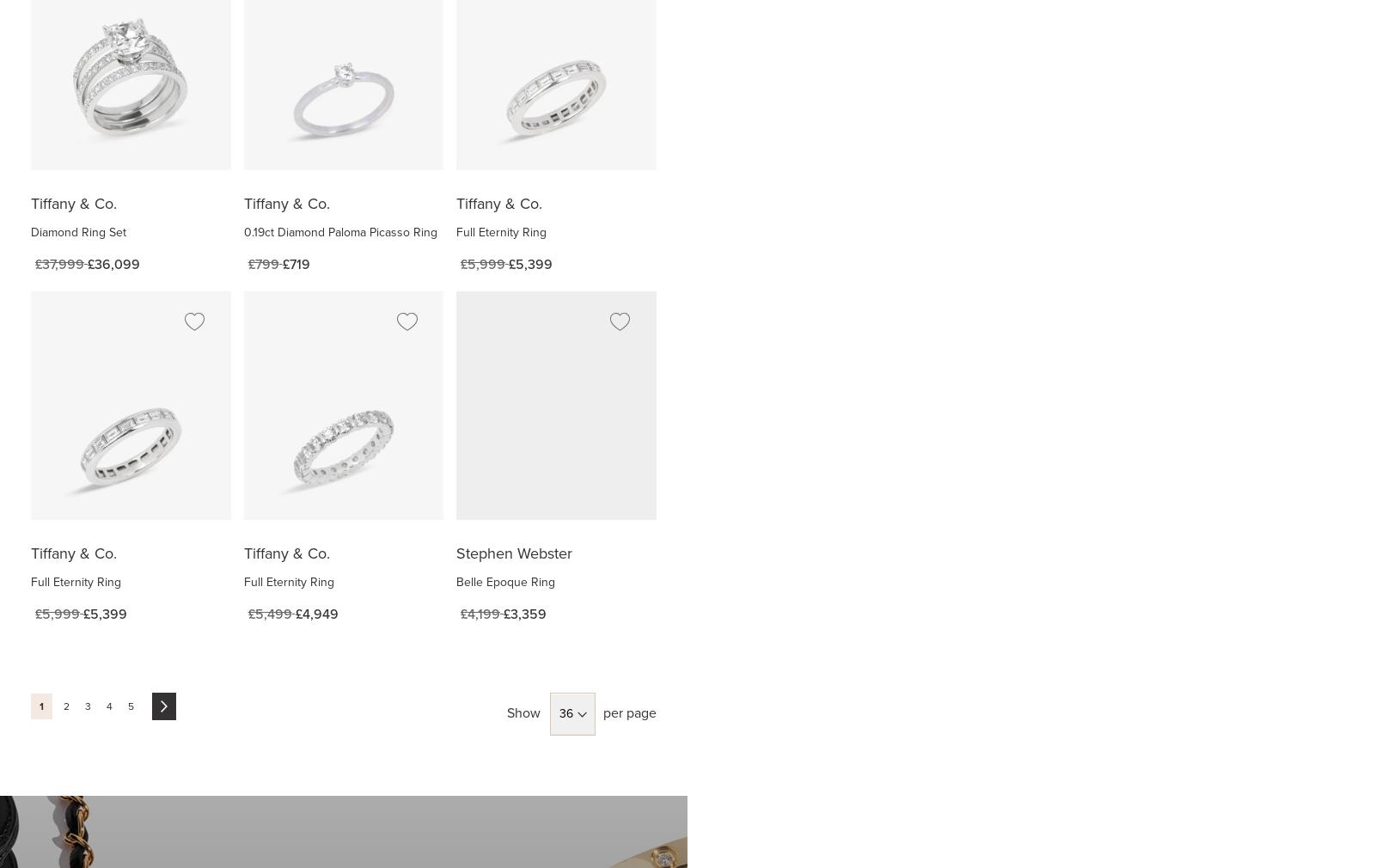 The height and width of the screenshot is (868, 1375). I want to click on '£5,499', so click(269, 613).